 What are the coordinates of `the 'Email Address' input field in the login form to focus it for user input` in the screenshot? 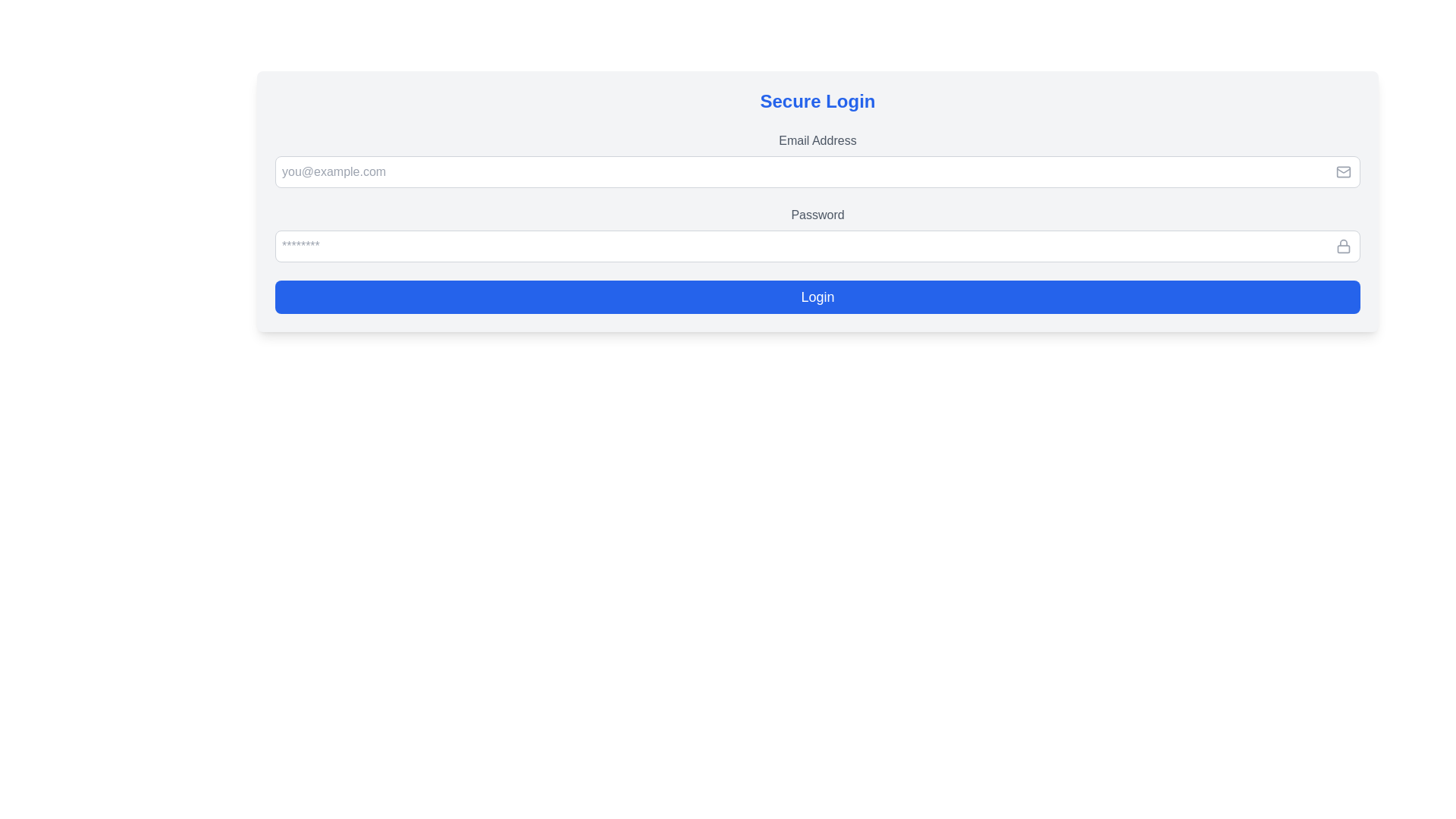 It's located at (817, 160).